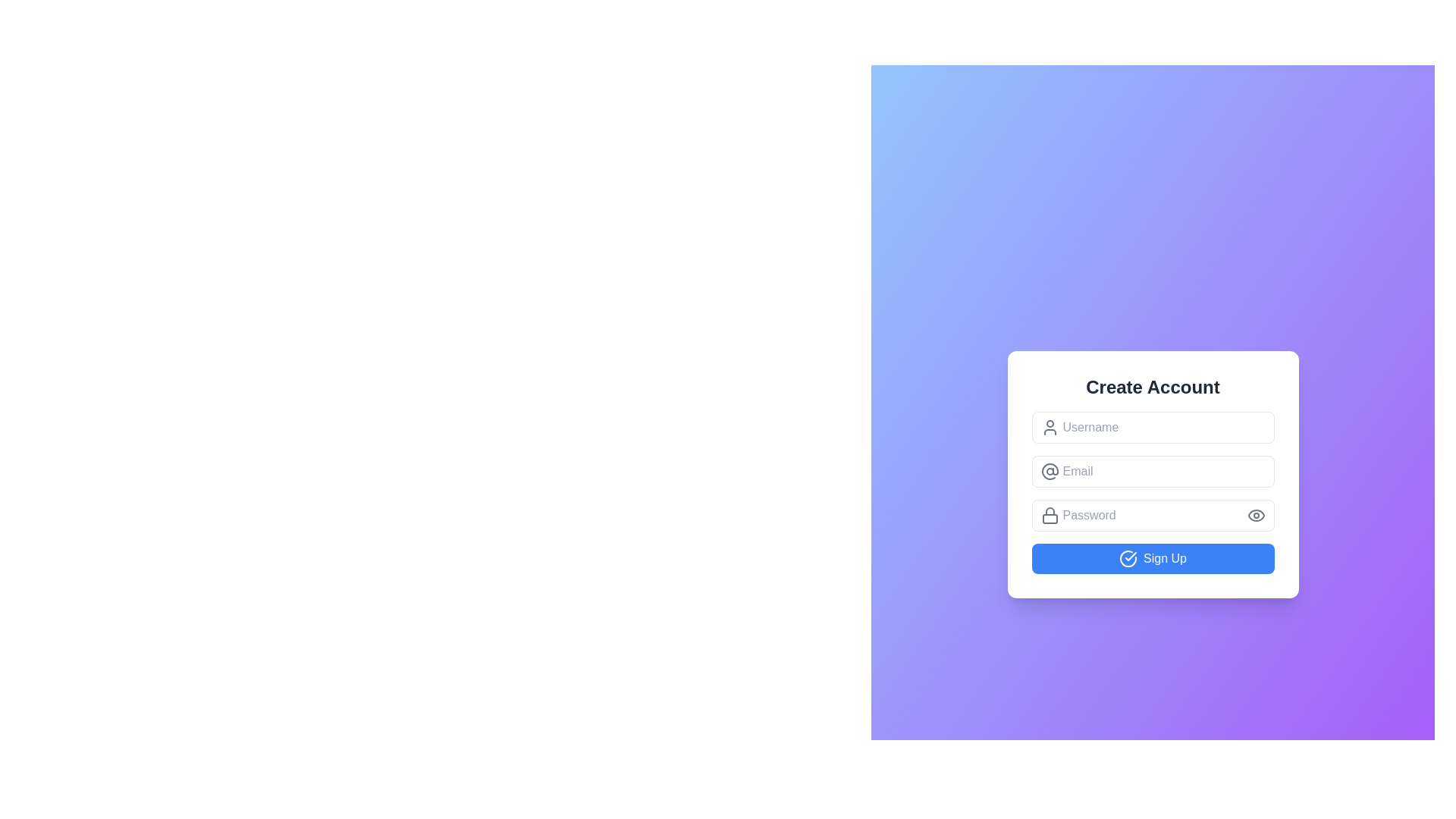  What do you see at coordinates (1049, 470) in the screenshot?
I see `the Decorative Icon associated with the Email input field, located to the left of the text input area` at bounding box center [1049, 470].